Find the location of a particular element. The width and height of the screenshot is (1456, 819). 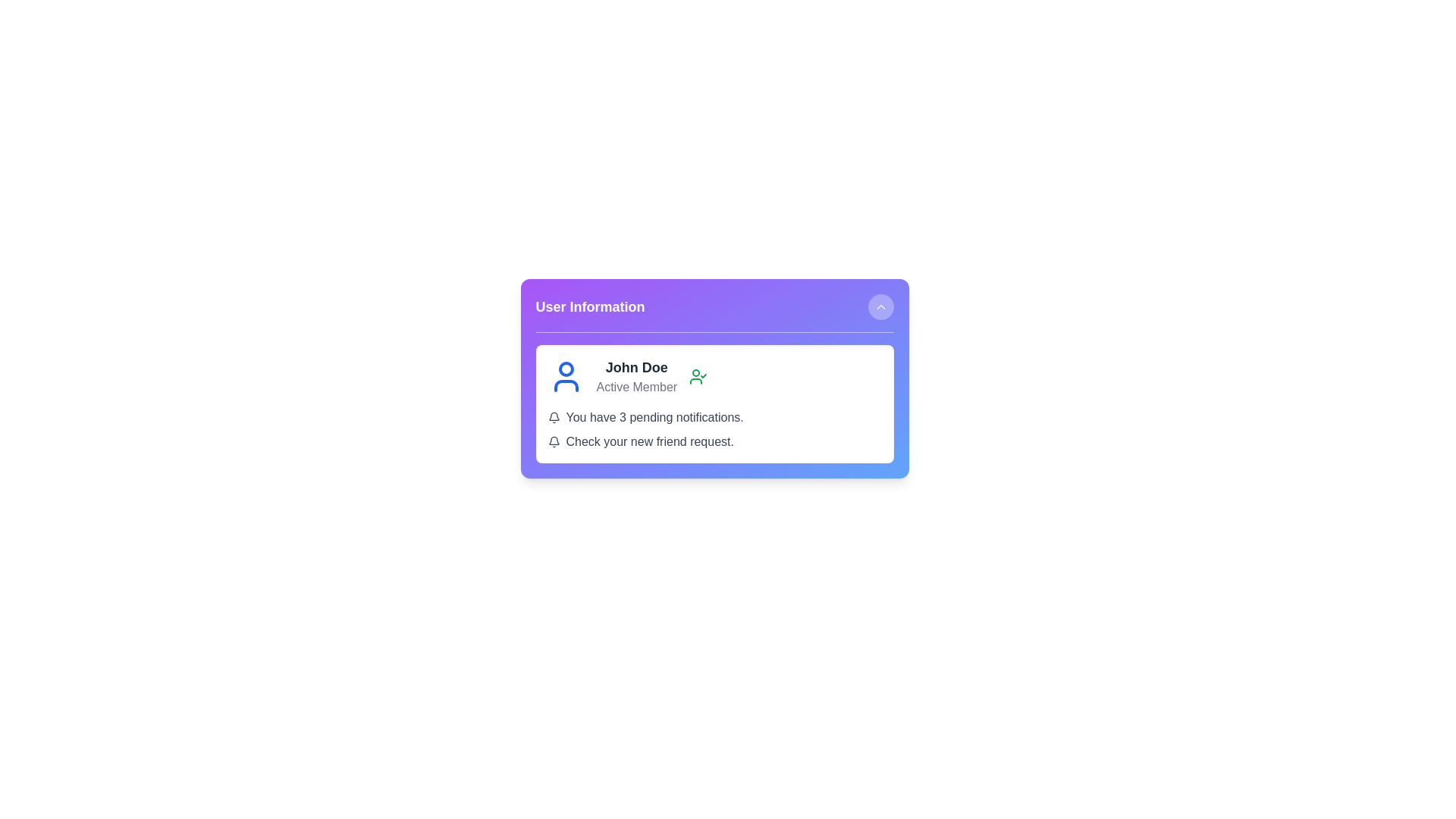

the circular blue decoration at the top of the user icon within the 'User Information' card is located at coordinates (565, 369).